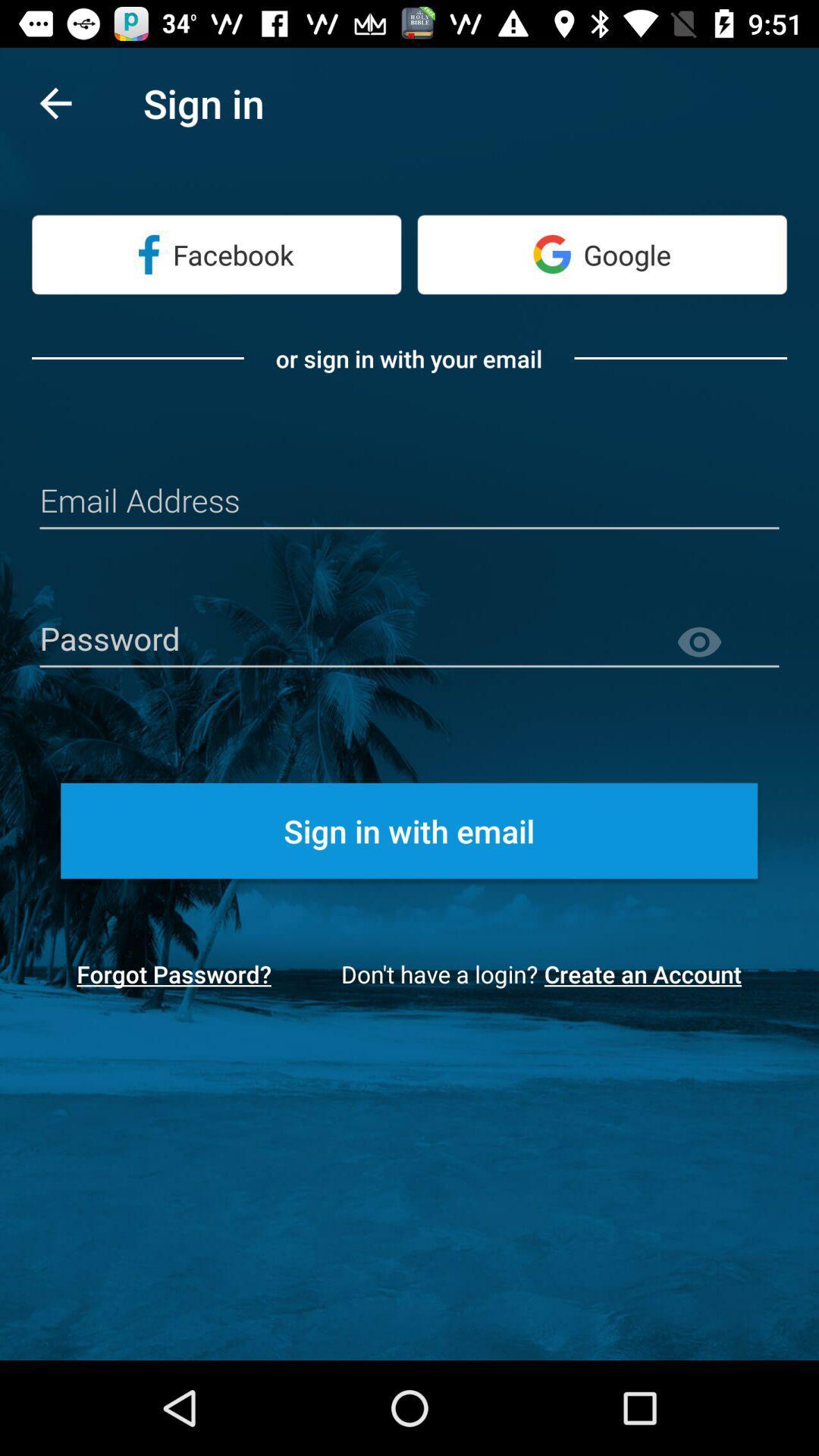  What do you see at coordinates (409, 502) in the screenshot?
I see `email` at bounding box center [409, 502].